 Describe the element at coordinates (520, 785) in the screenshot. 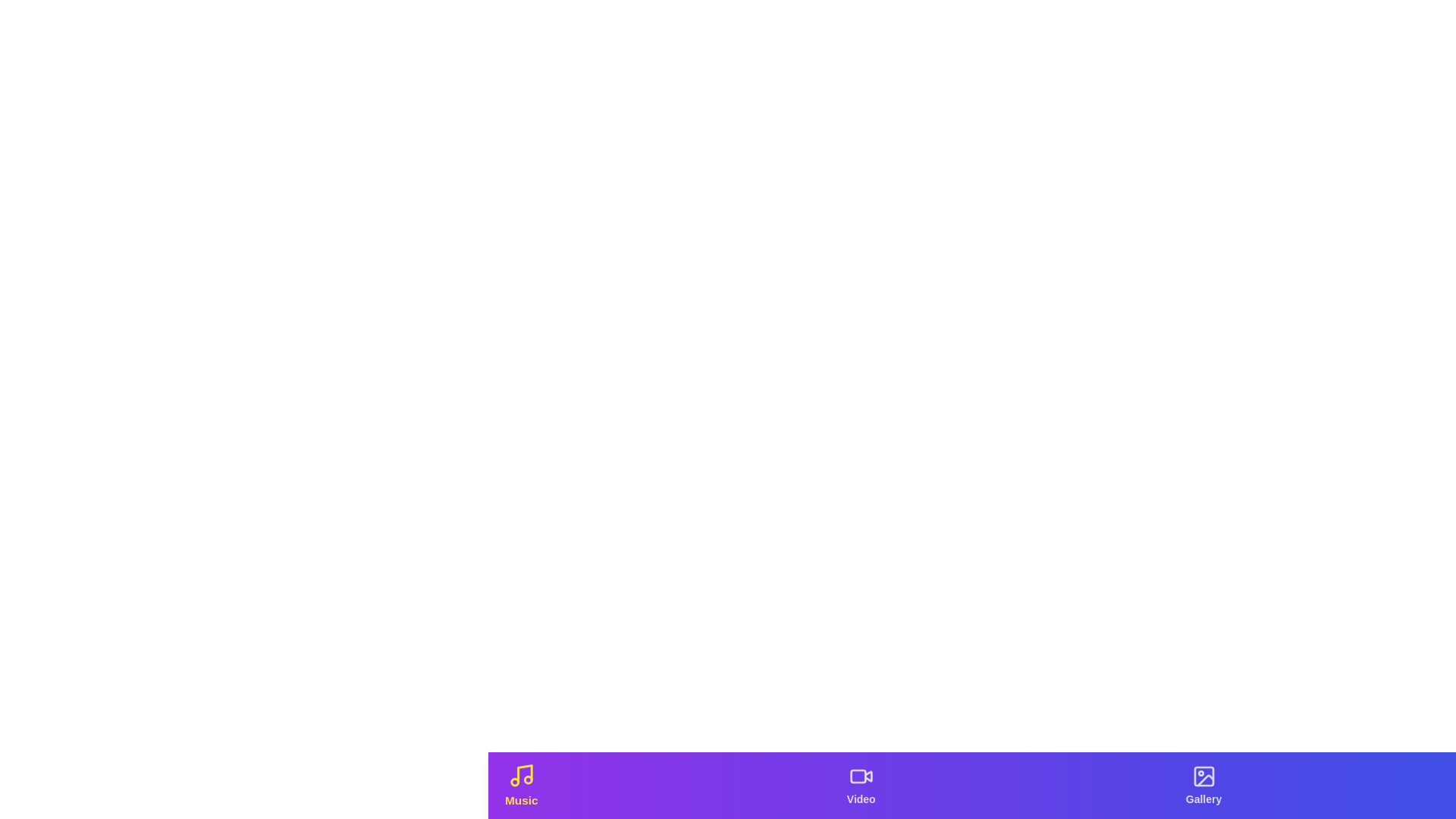

I see `the center of the active tab (highlighted in yellow)` at that location.